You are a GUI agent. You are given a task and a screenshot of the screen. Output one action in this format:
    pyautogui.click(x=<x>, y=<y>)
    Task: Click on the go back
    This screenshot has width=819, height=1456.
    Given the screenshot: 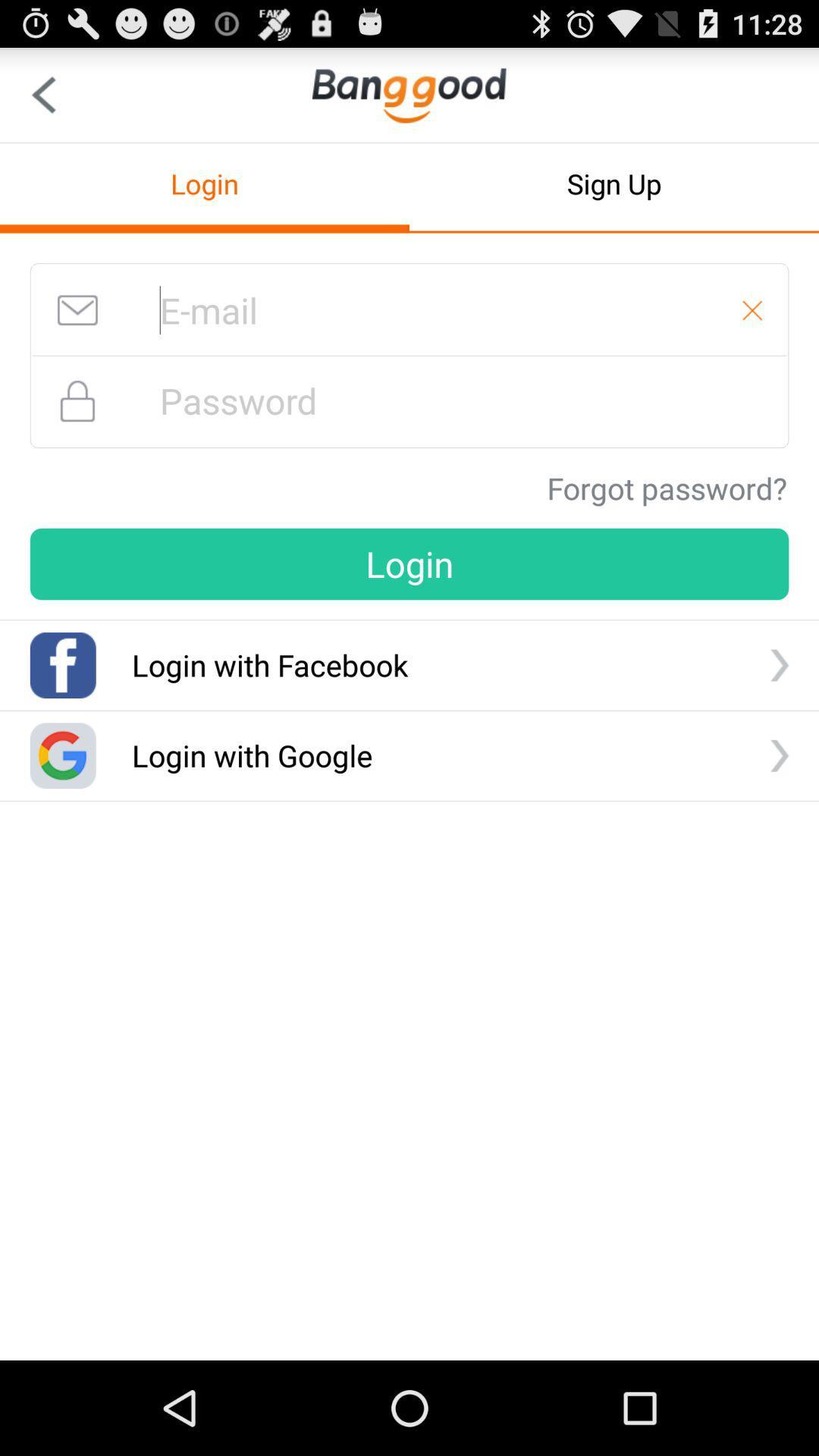 What is the action you would take?
    pyautogui.click(x=42, y=94)
    